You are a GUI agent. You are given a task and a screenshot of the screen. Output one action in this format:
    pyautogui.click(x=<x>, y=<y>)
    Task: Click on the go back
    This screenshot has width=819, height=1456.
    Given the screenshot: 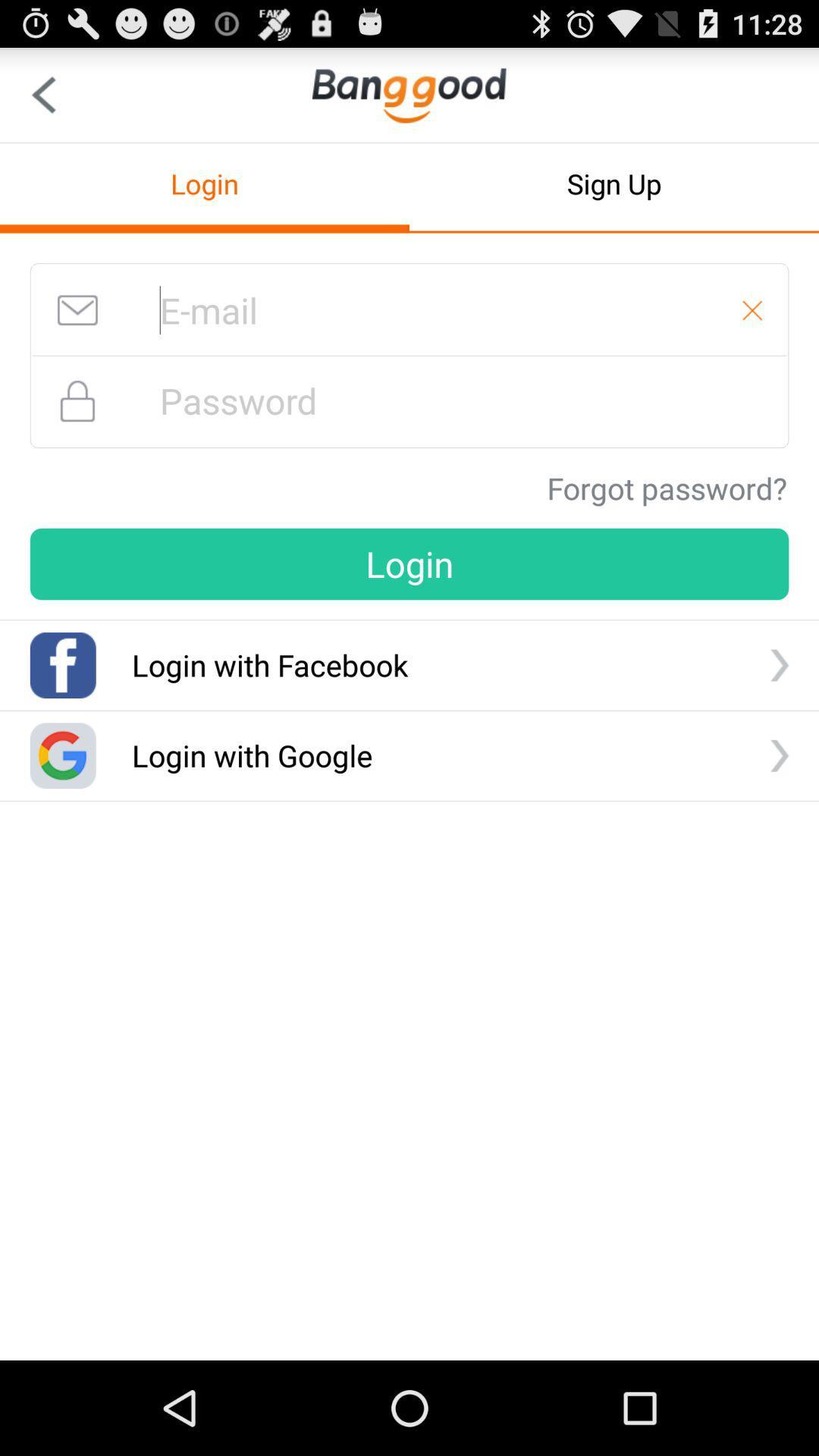 What is the action you would take?
    pyautogui.click(x=42, y=94)
    